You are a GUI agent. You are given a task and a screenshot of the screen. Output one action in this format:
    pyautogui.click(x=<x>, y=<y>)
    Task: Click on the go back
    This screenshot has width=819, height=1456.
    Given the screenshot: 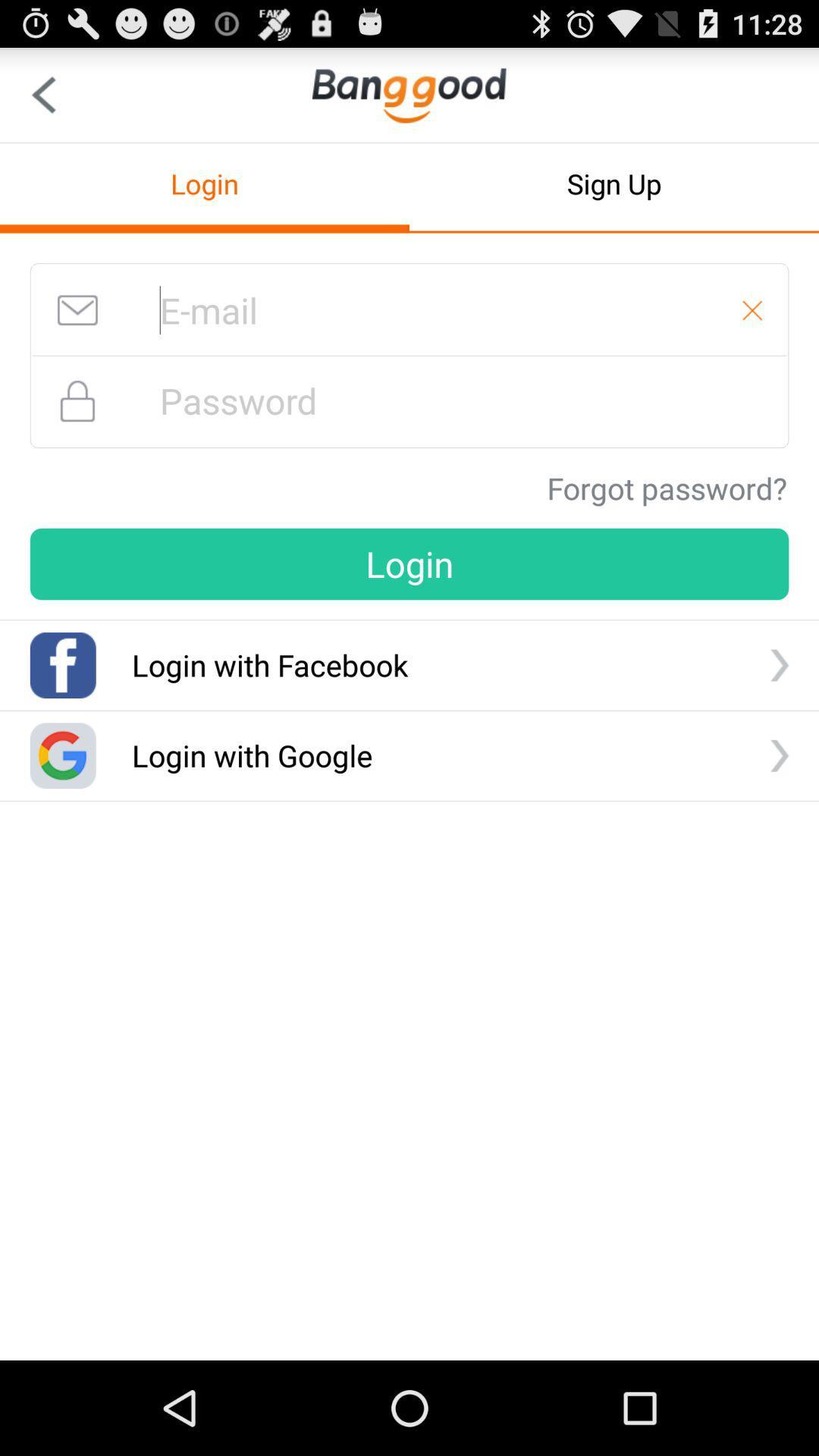 What is the action you would take?
    pyautogui.click(x=42, y=94)
    